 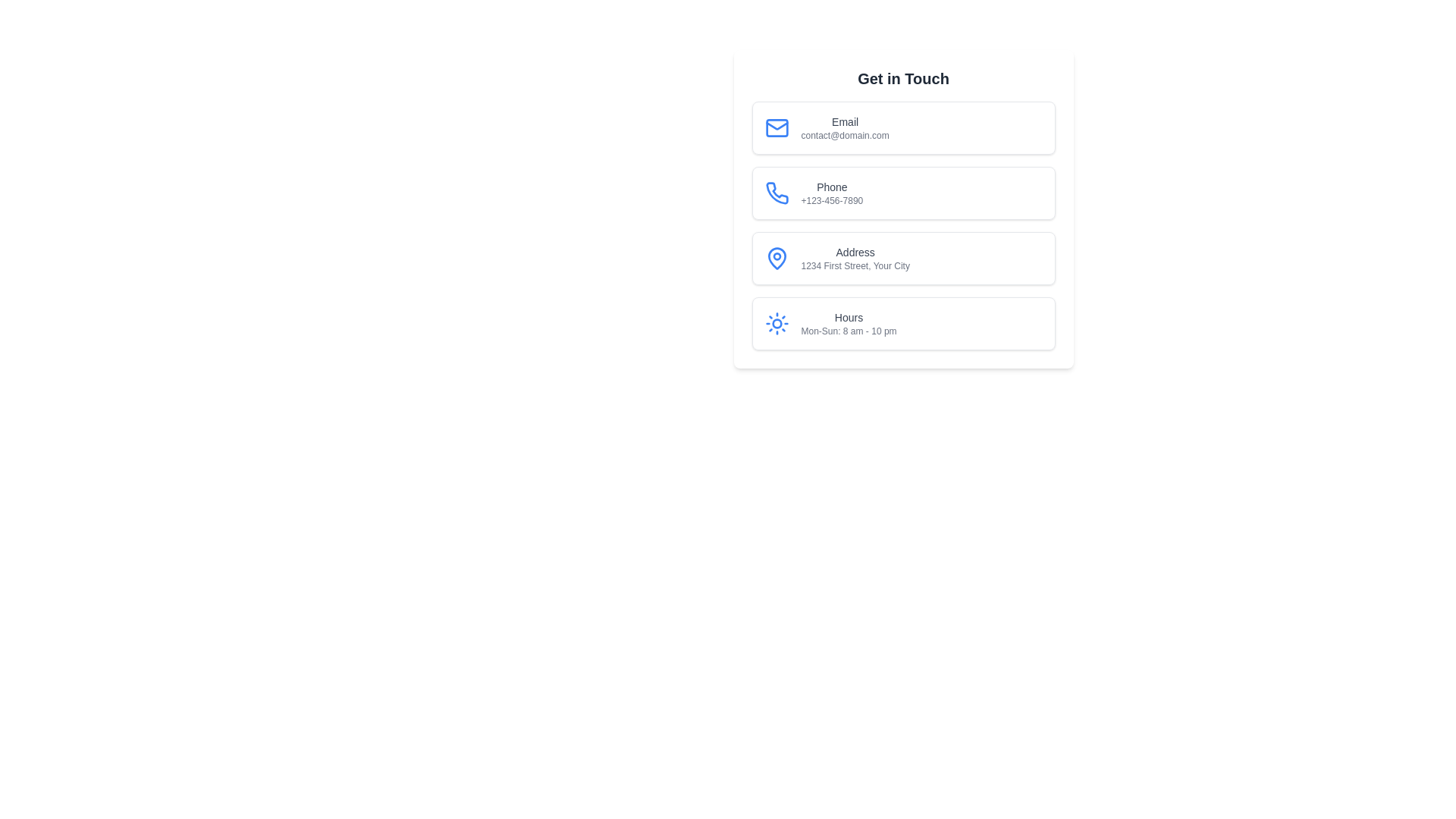 What do you see at coordinates (777, 127) in the screenshot?
I see `the email icon located at the top-left corner of the first section under the 'Get in Touch' heading, preceding the email text 'contact@domain.com' for interaction` at bounding box center [777, 127].